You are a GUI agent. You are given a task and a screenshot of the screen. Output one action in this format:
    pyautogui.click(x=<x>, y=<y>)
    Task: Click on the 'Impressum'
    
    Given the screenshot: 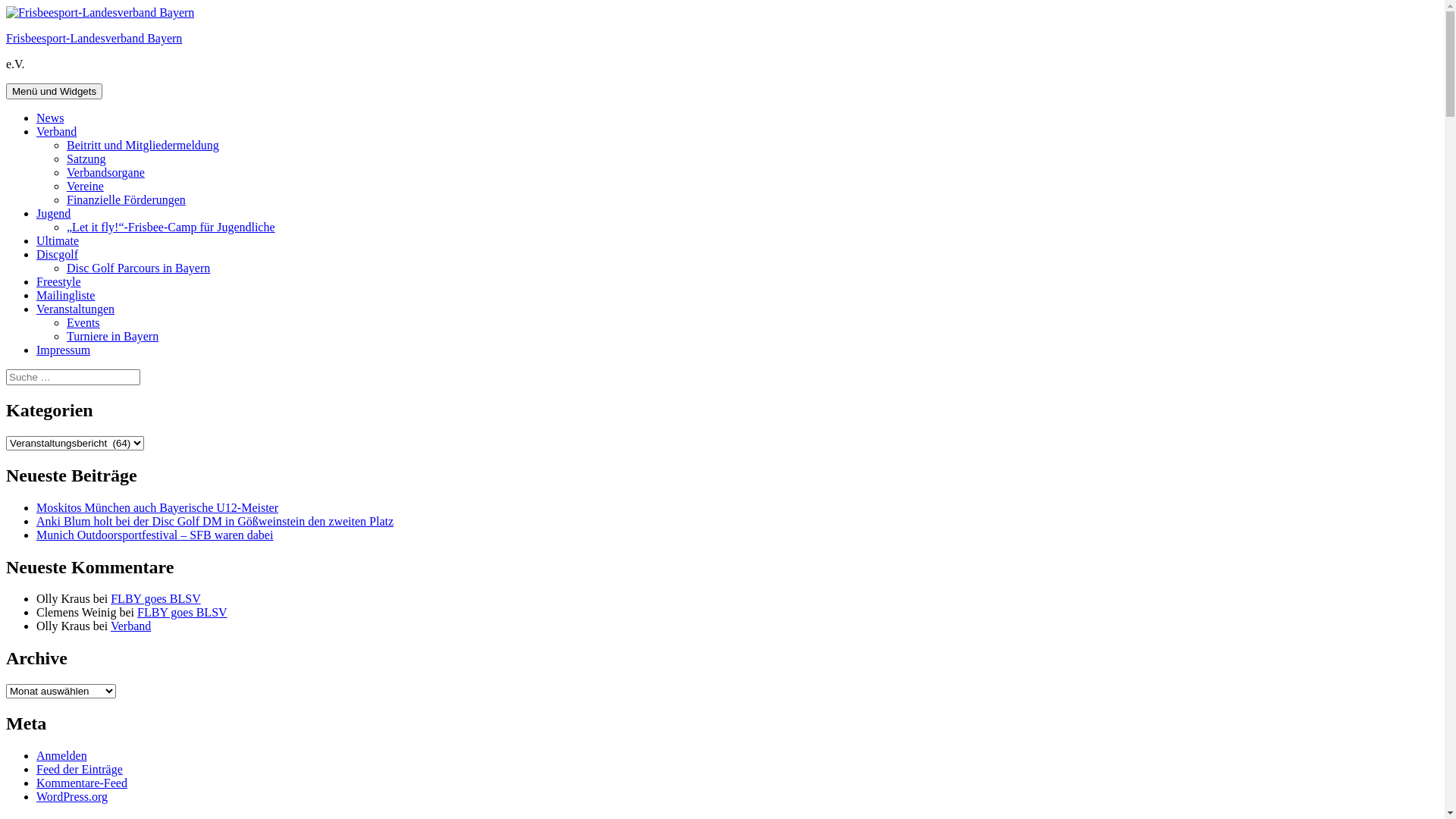 What is the action you would take?
    pyautogui.click(x=62, y=350)
    